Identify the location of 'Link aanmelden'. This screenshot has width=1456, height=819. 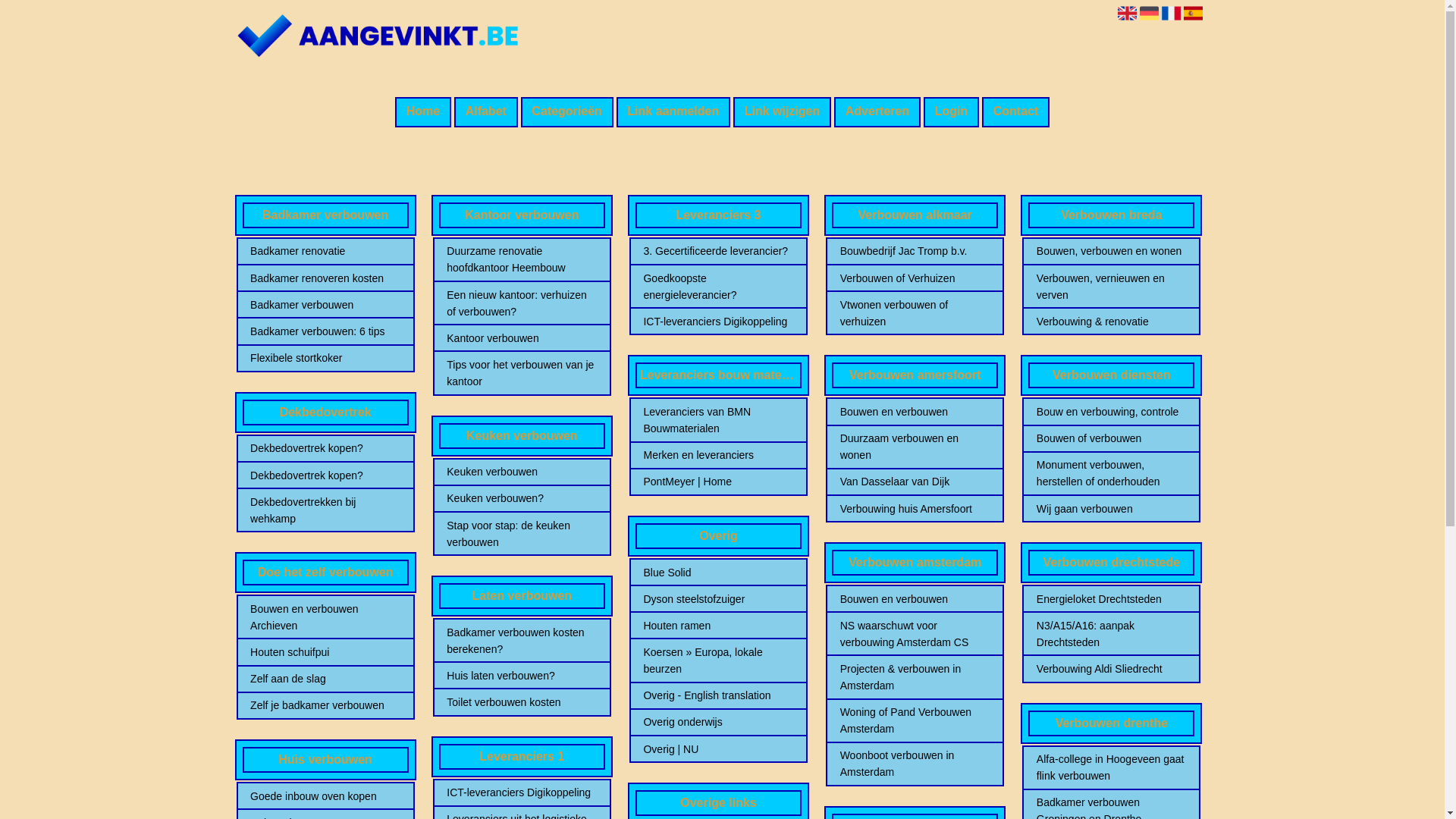
(672, 111).